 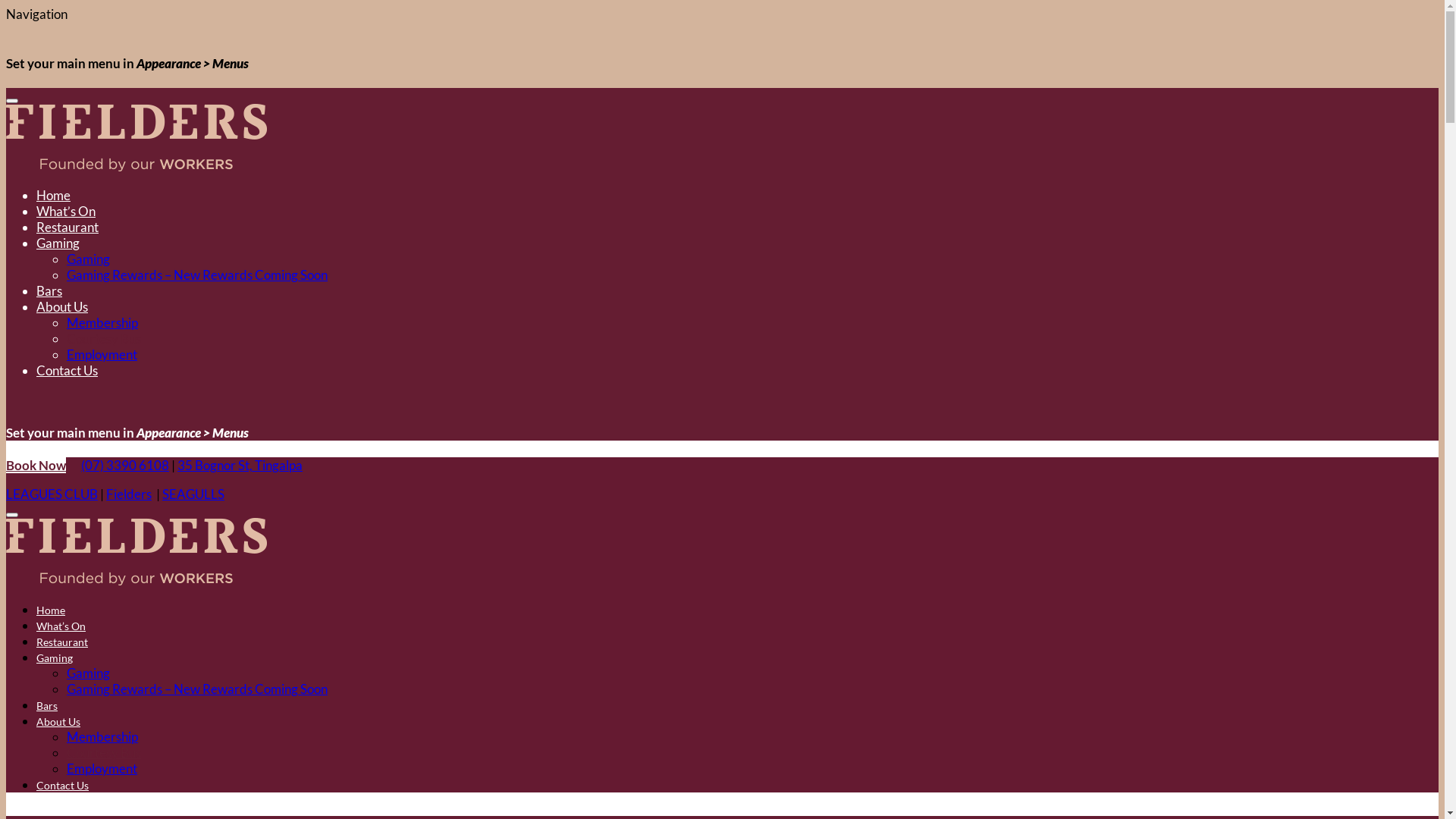 What do you see at coordinates (239, 464) in the screenshot?
I see `'35 Bognor St, Tingalpa'` at bounding box center [239, 464].